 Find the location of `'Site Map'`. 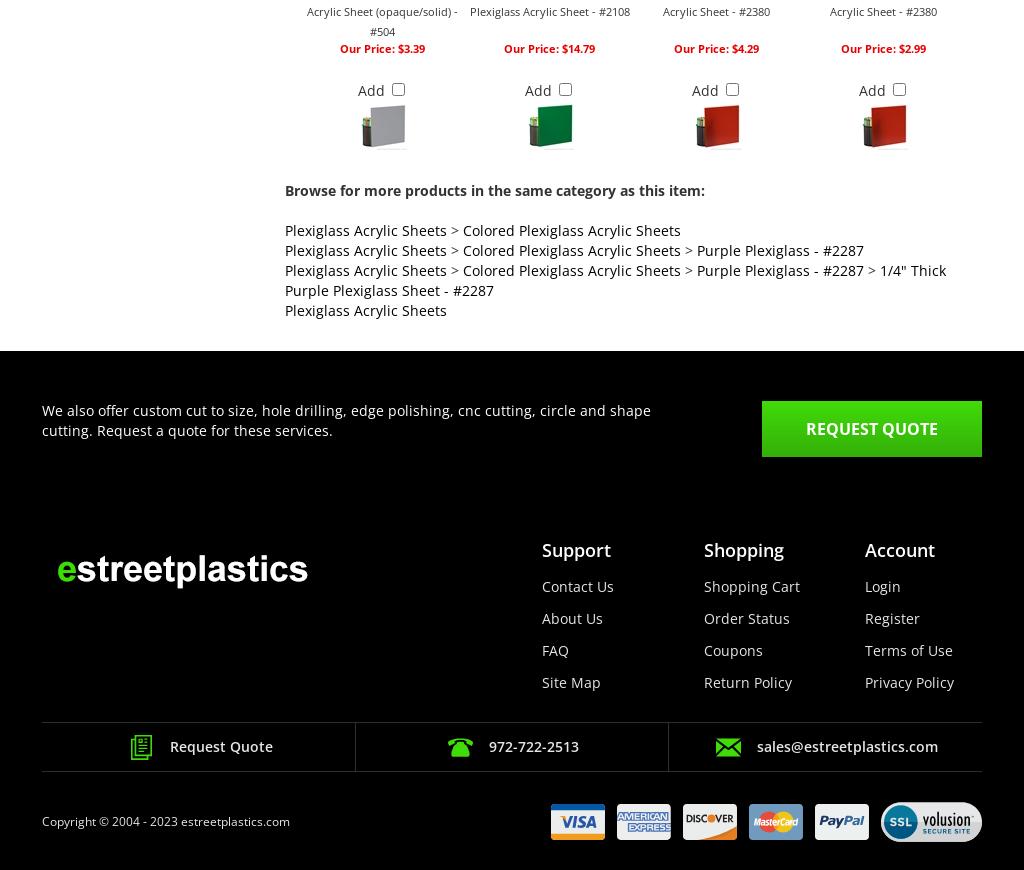

'Site Map' is located at coordinates (540, 682).